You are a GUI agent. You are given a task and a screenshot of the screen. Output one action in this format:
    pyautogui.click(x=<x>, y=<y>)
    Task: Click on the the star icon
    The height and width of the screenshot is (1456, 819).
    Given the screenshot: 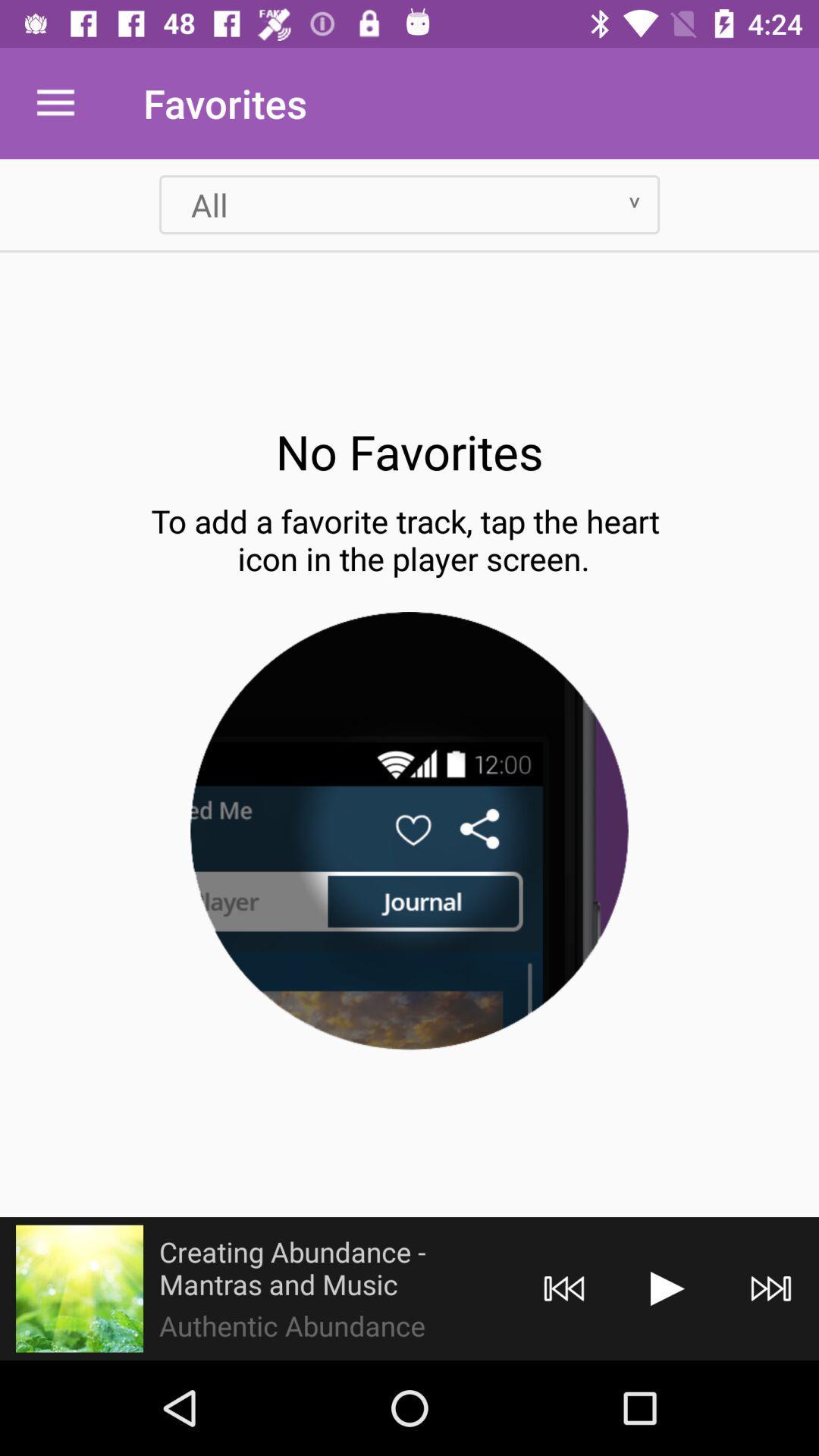 What is the action you would take?
    pyautogui.click(x=79, y=1288)
    